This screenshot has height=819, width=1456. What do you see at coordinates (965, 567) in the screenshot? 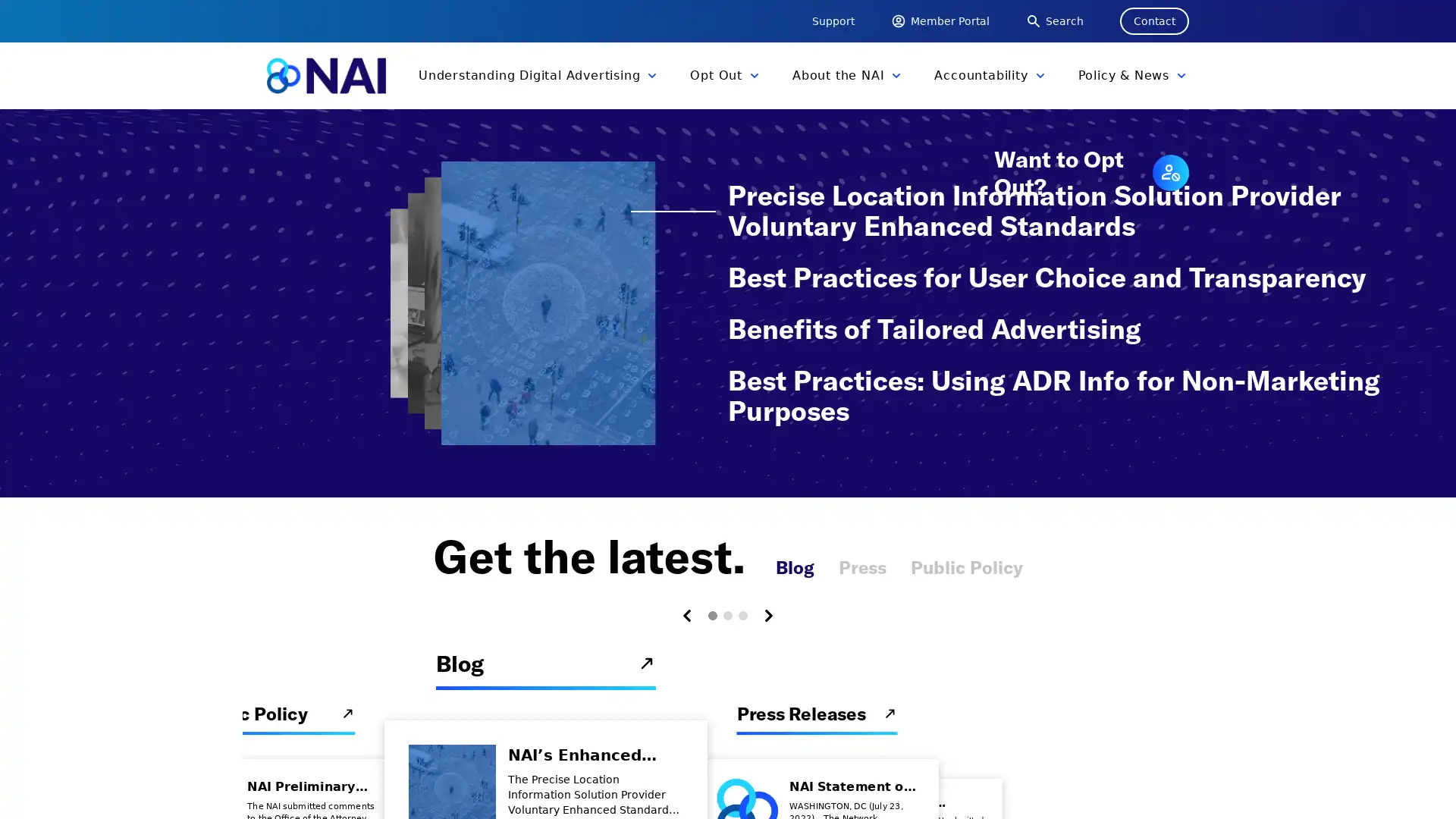
I see `Public Policy` at bounding box center [965, 567].